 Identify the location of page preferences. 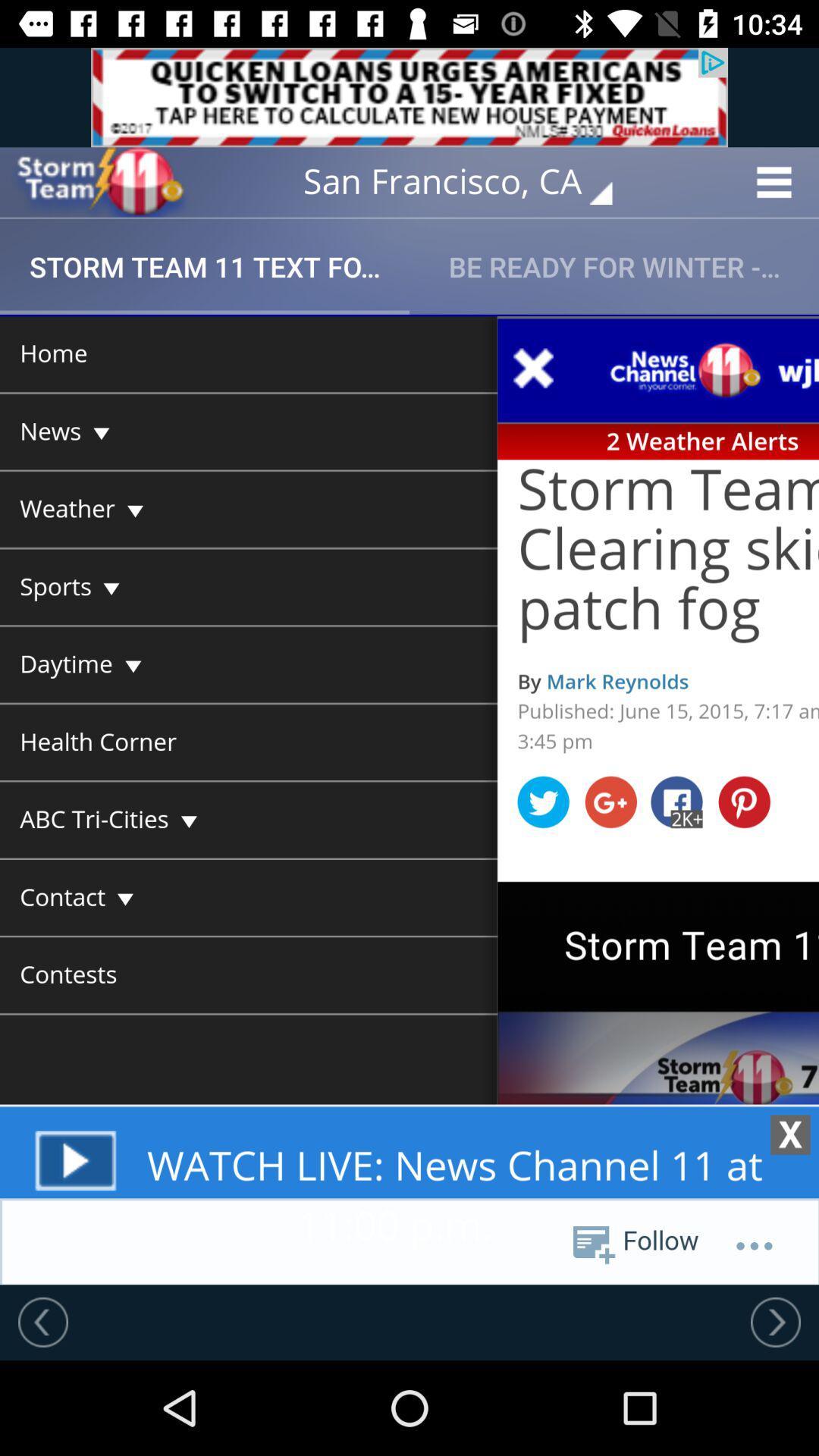
(409, 799).